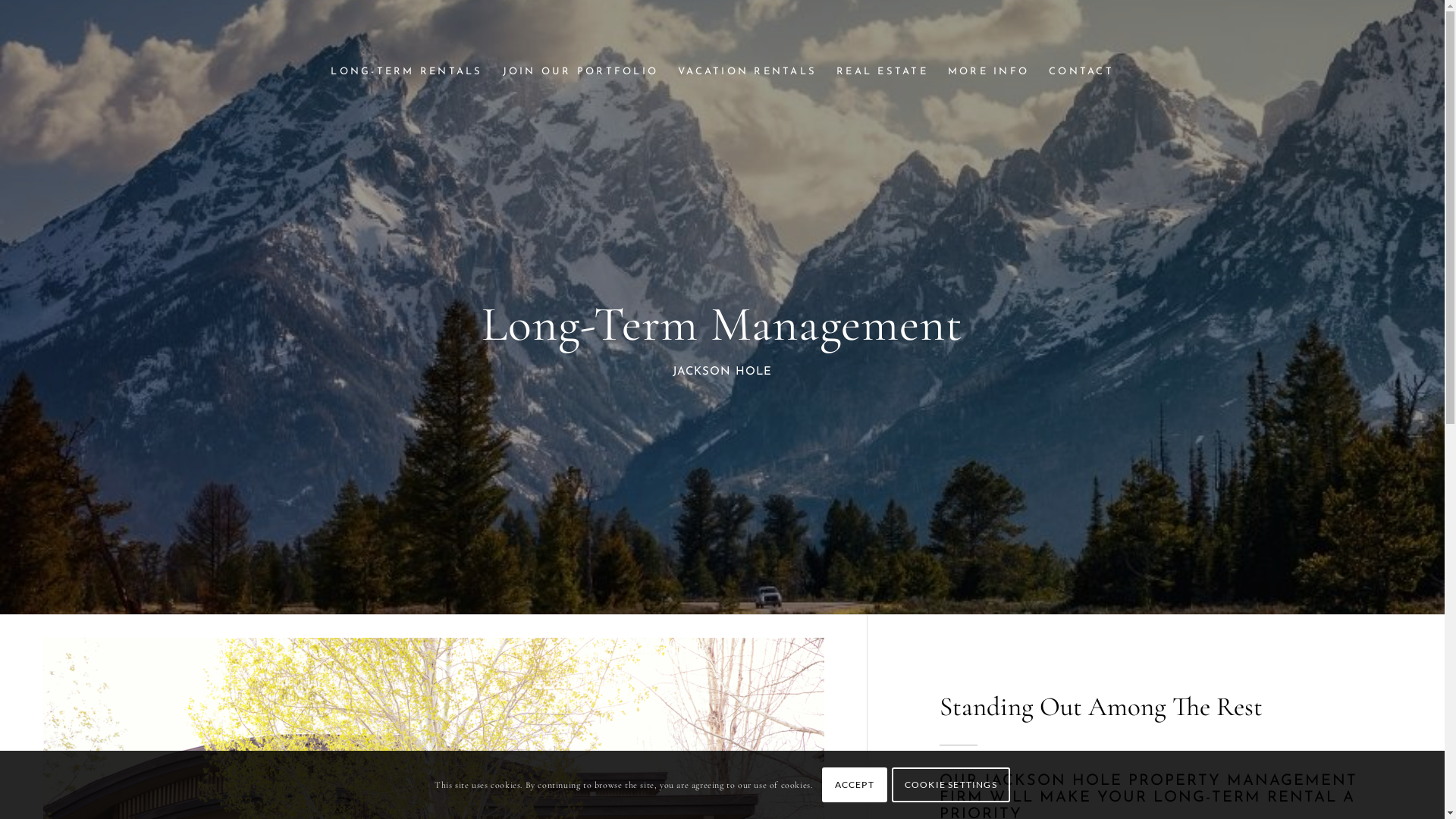 This screenshot has height=819, width=1456. Describe the element at coordinates (1037, 72) in the screenshot. I see `'CONTACT'` at that location.